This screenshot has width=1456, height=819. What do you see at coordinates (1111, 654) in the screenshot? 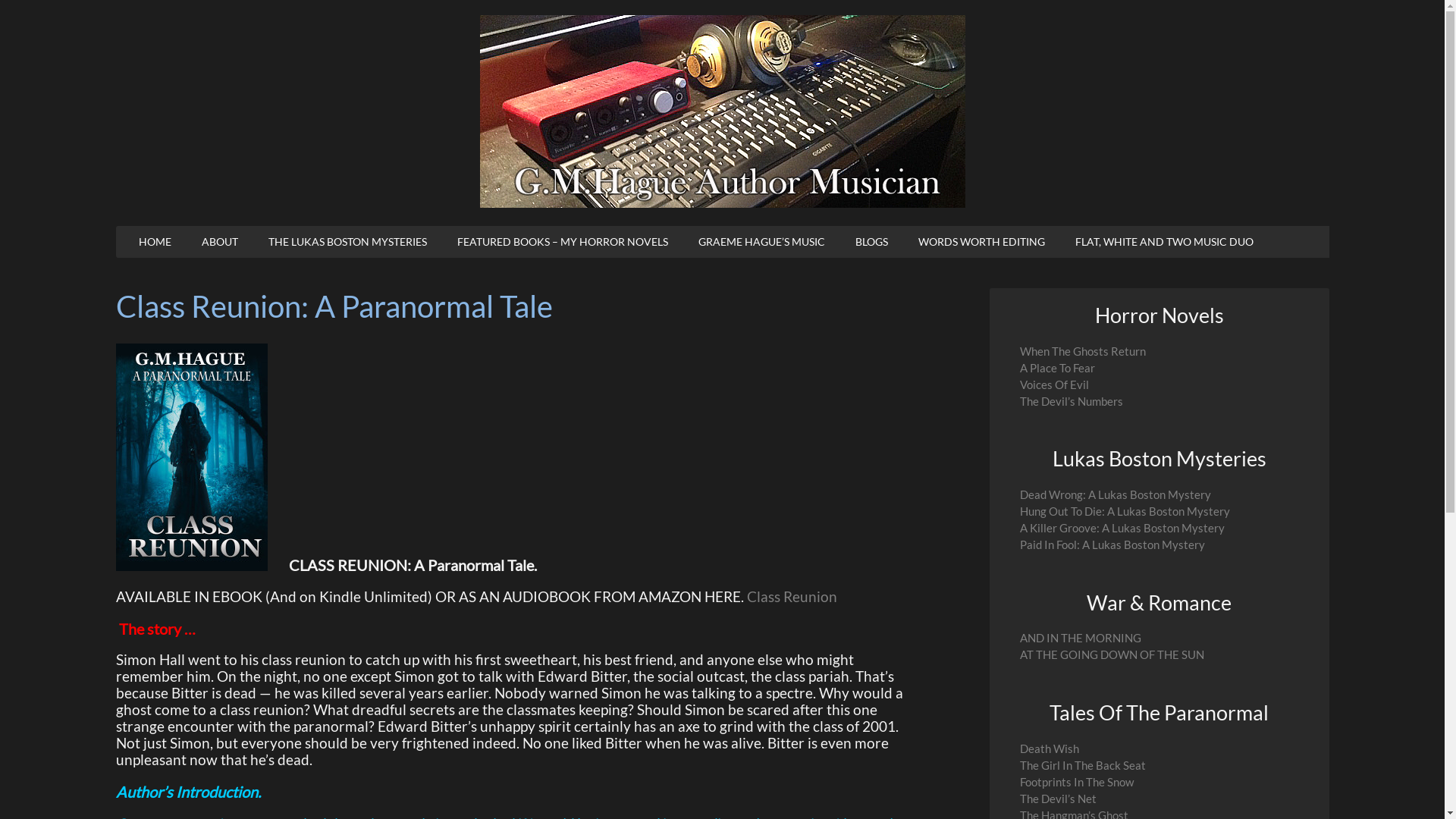
I see `'AT THE GOING DOWN OF THE SUN'` at bounding box center [1111, 654].